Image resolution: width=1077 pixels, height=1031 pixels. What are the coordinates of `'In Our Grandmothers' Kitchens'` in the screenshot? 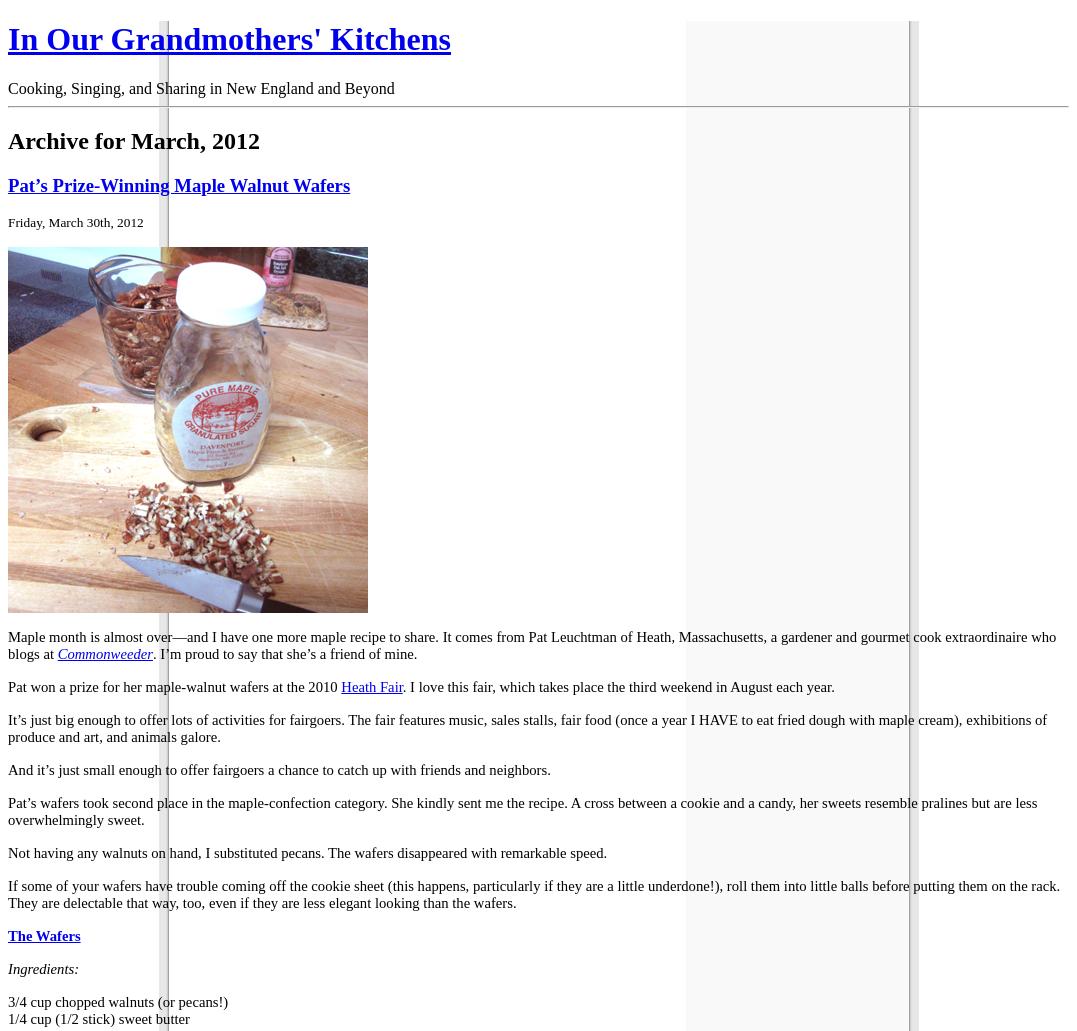 It's located at (6, 38).